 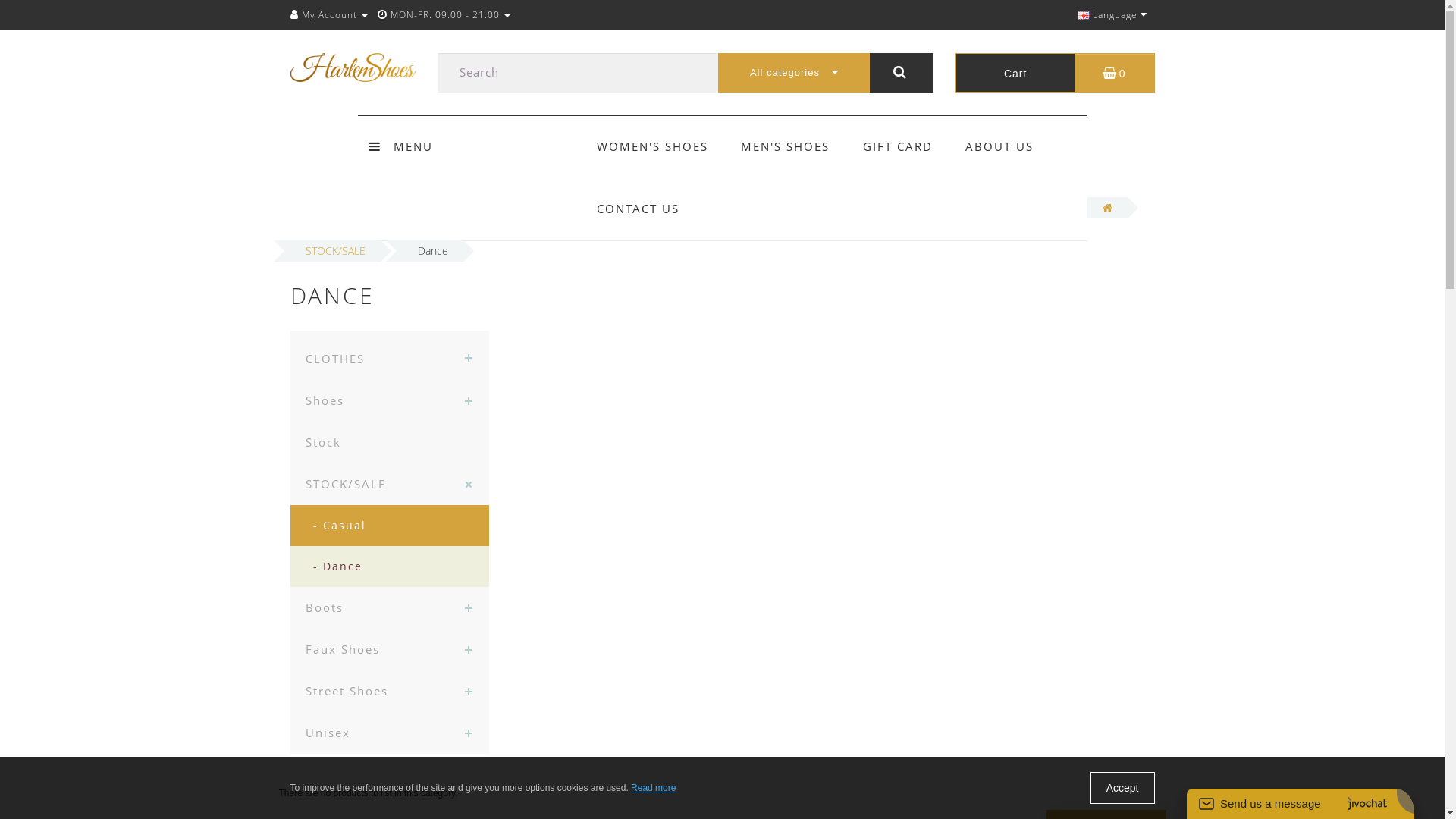 What do you see at coordinates (999, 146) in the screenshot?
I see `'ABOUT US'` at bounding box center [999, 146].